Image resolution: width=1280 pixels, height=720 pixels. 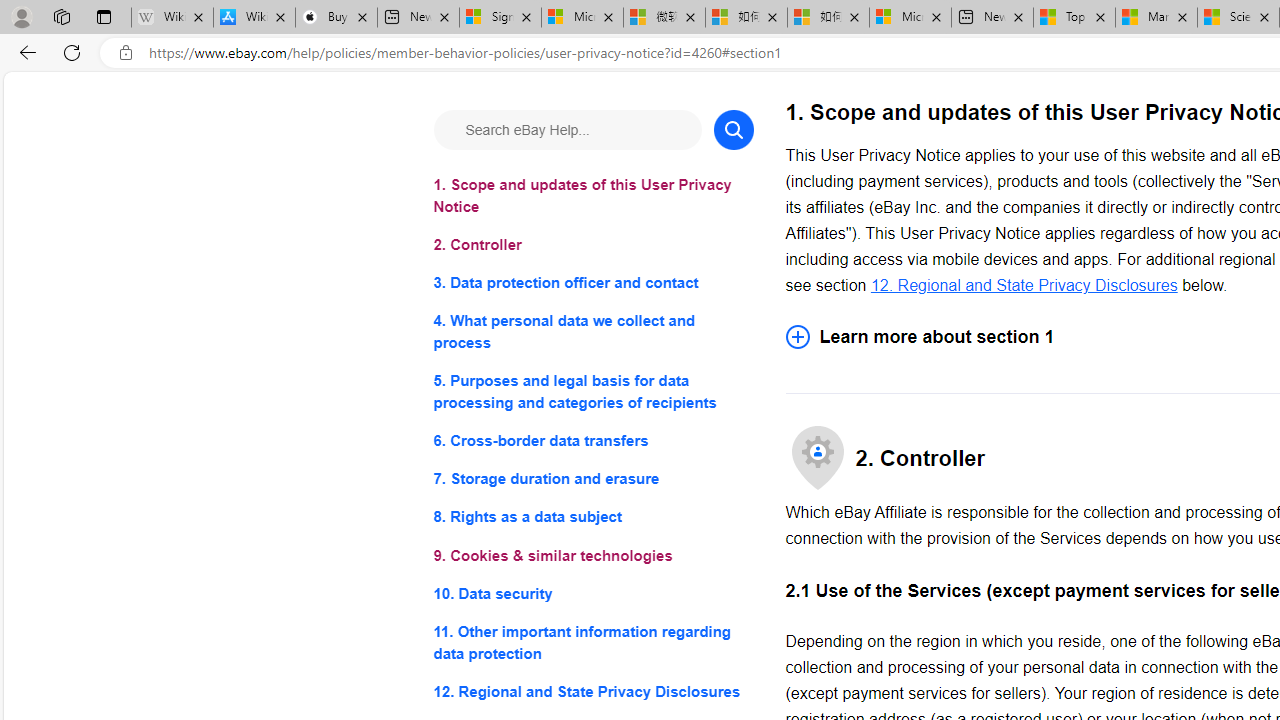 What do you see at coordinates (336, 17) in the screenshot?
I see `'Buy iPad - Apple'` at bounding box center [336, 17].